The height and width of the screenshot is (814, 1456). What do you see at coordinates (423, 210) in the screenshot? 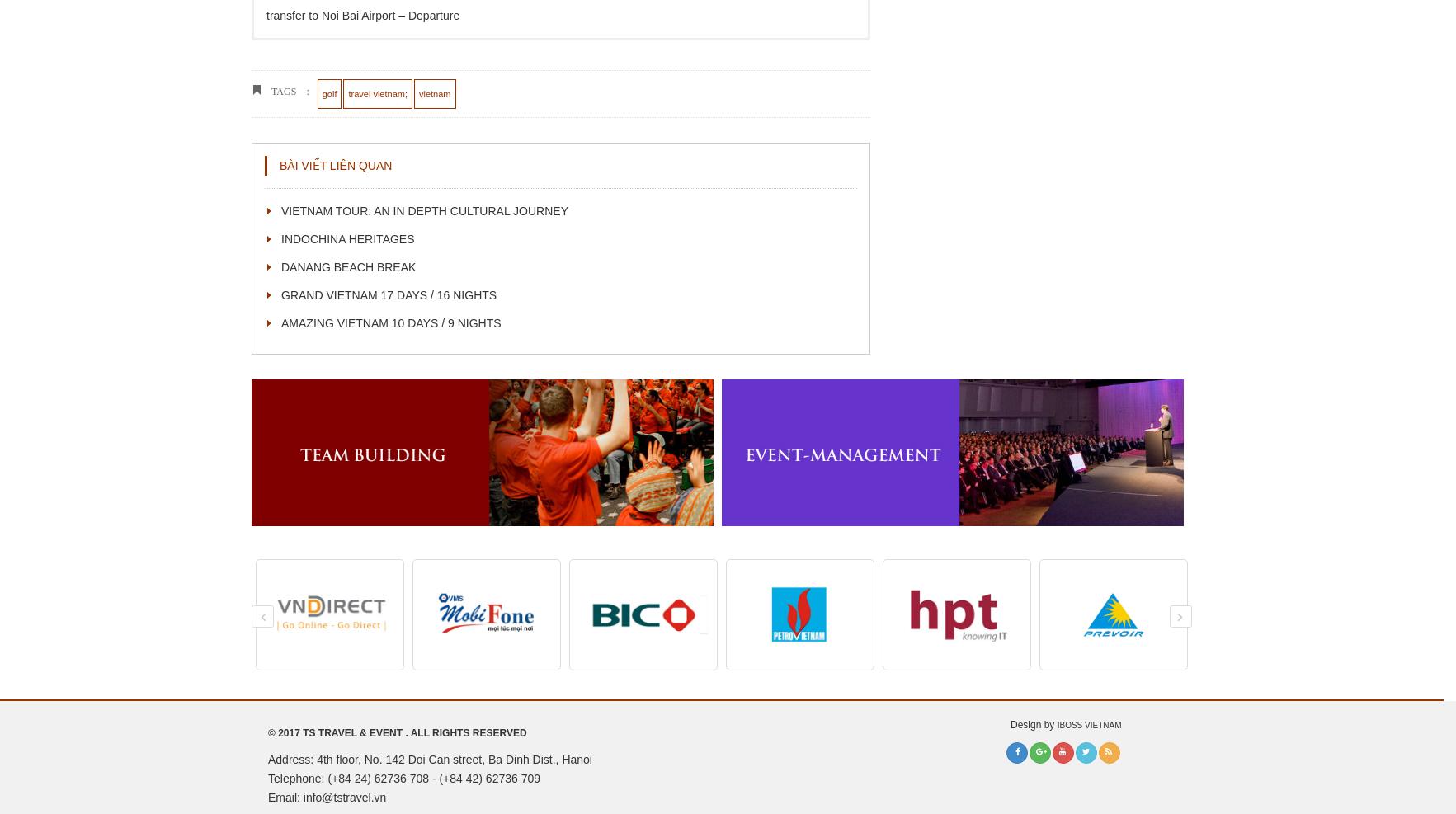
I see `'VIETNAM TOUR: AN IN DEPTH CULTURAL JOURNEY'` at bounding box center [423, 210].